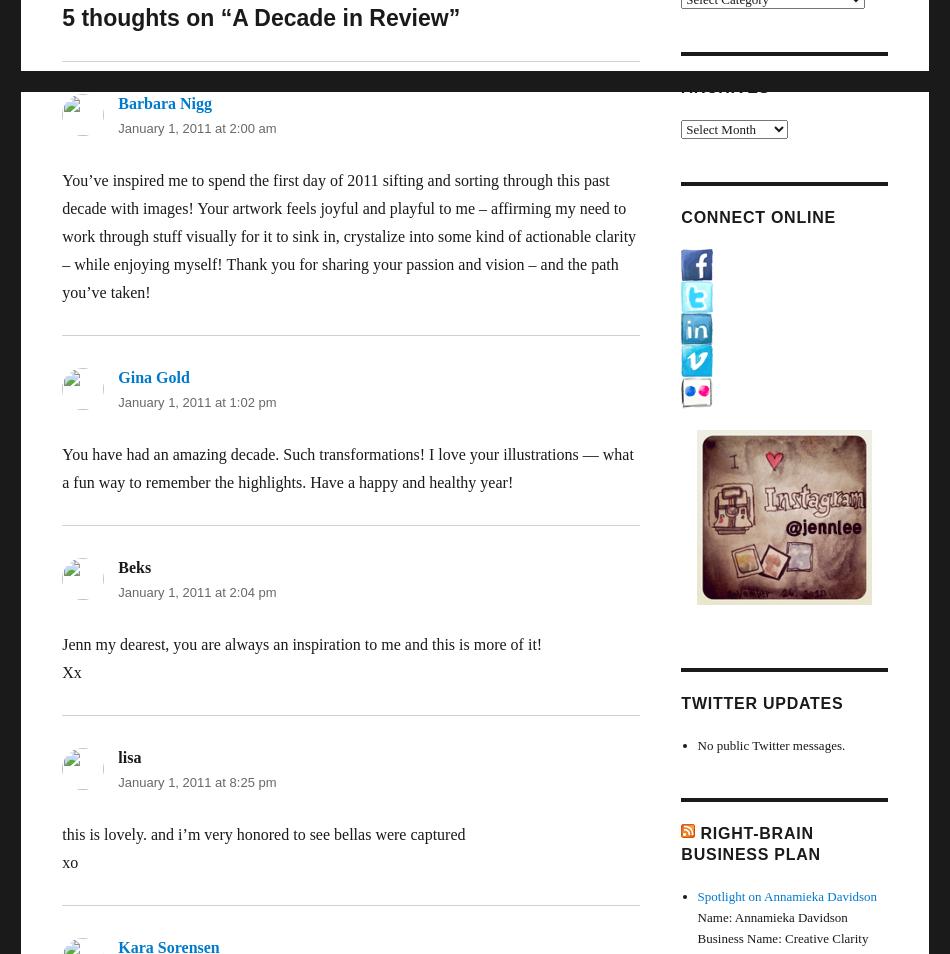 This screenshot has height=954, width=950. Describe the element at coordinates (346, 468) in the screenshot. I see `'You have had an amazing decade. Such transformations!  I love your  illustrations — what a fun way to remember the highlights.  Have a happy and healthy year!'` at that location.